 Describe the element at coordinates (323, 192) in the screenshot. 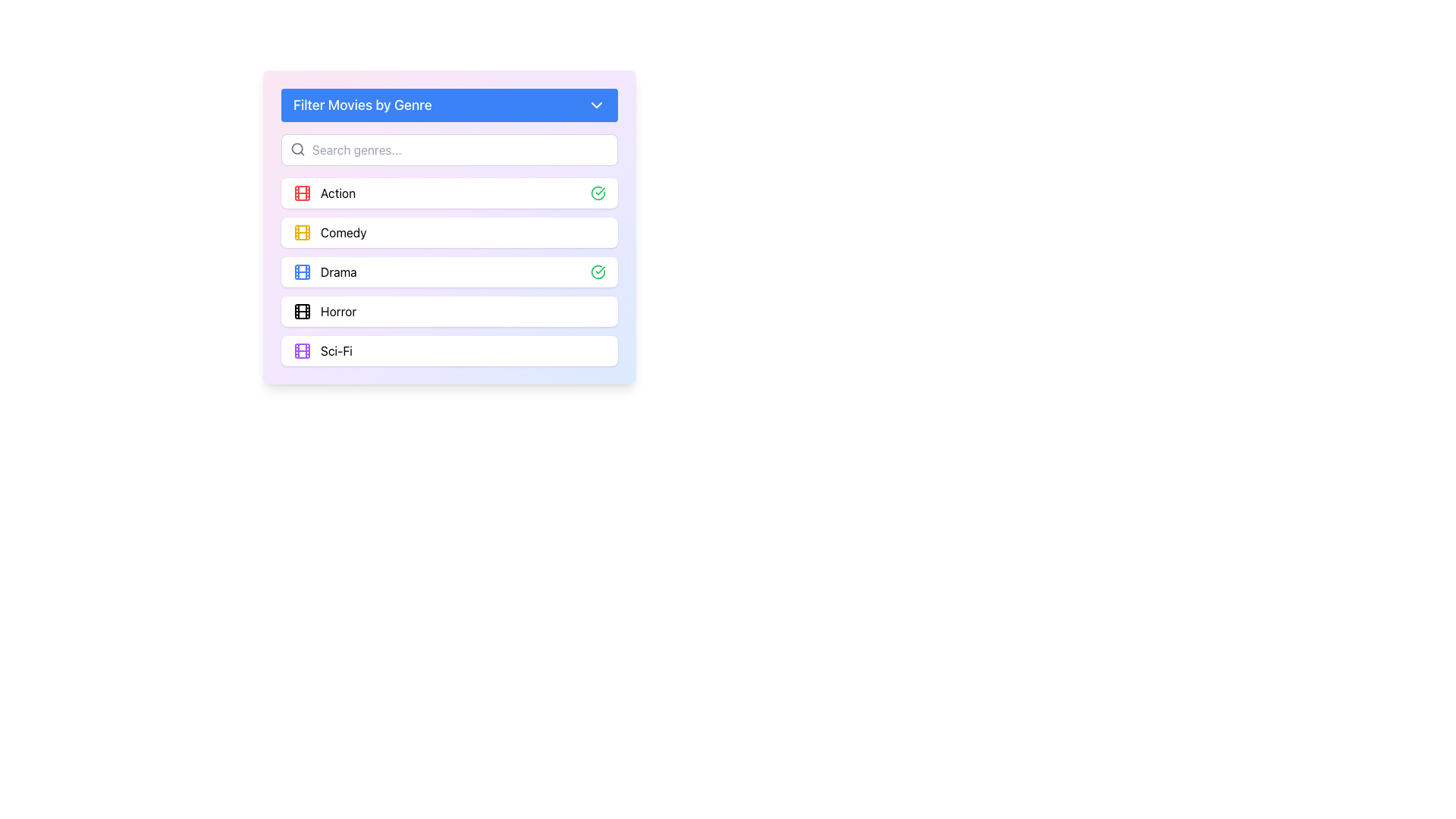

I see `the first item in the list with a red outlined film icon and the text 'Action' in bold black font, located beneath the 'Filter Movies by Genre' header` at that location.